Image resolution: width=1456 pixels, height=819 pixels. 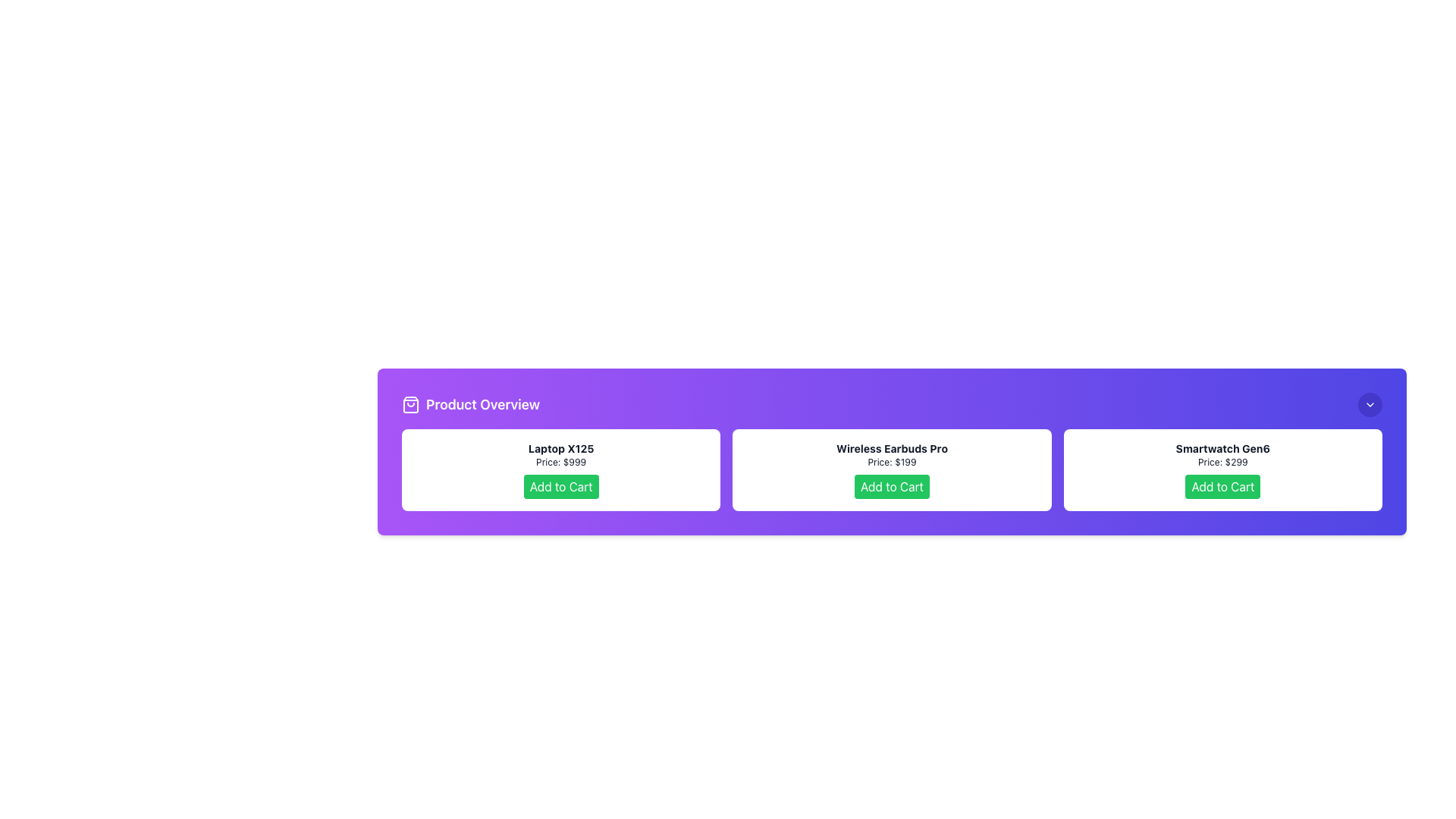 I want to click on the circular indigo button with a white downward-pointing chevron icon located in the top-right corner of the 'Product Overview' section, so click(x=1370, y=403).